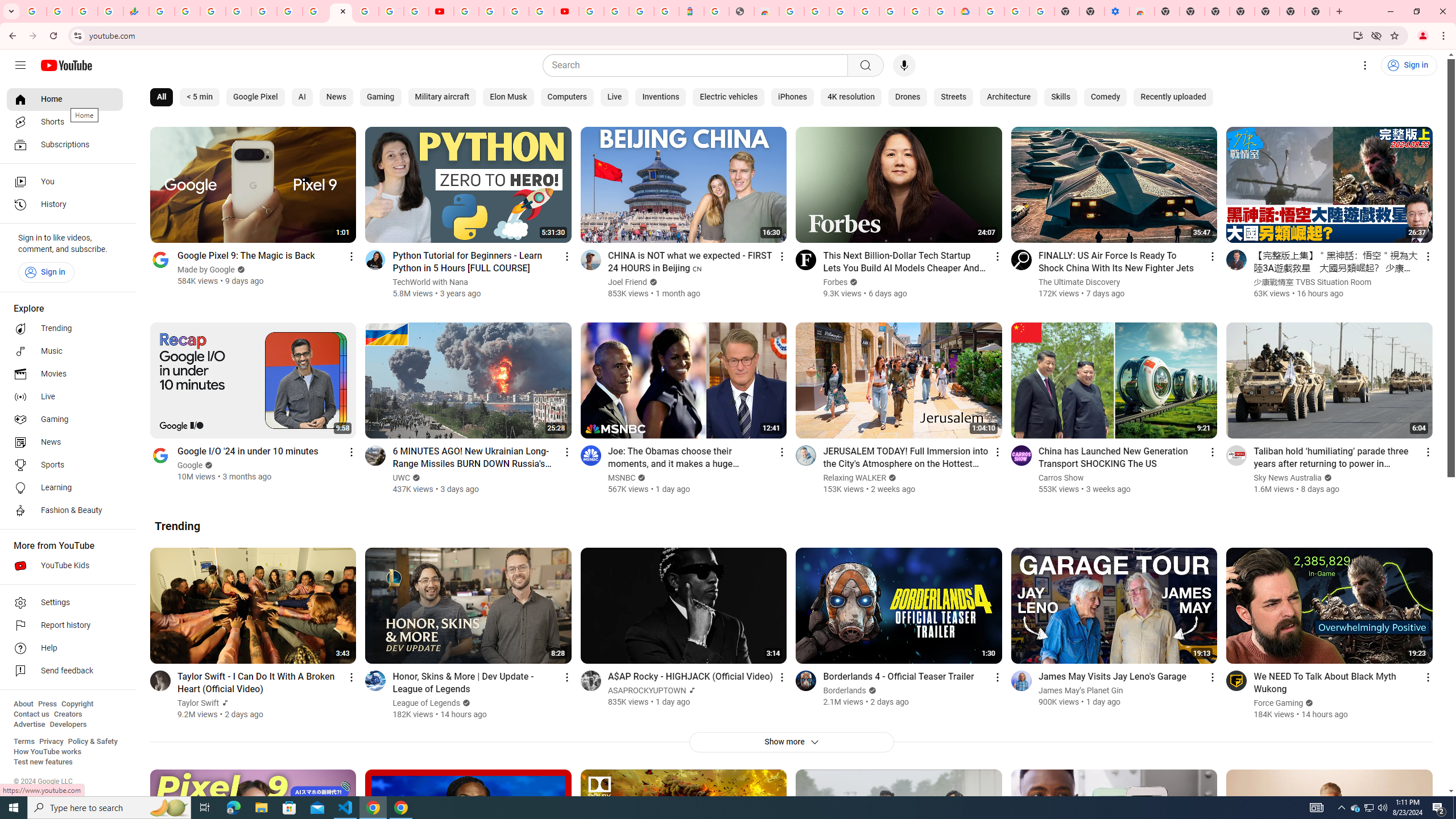  What do you see at coordinates (627, 282) in the screenshot?
I see `'Joel Friend'` at bounding box center [627, 282].